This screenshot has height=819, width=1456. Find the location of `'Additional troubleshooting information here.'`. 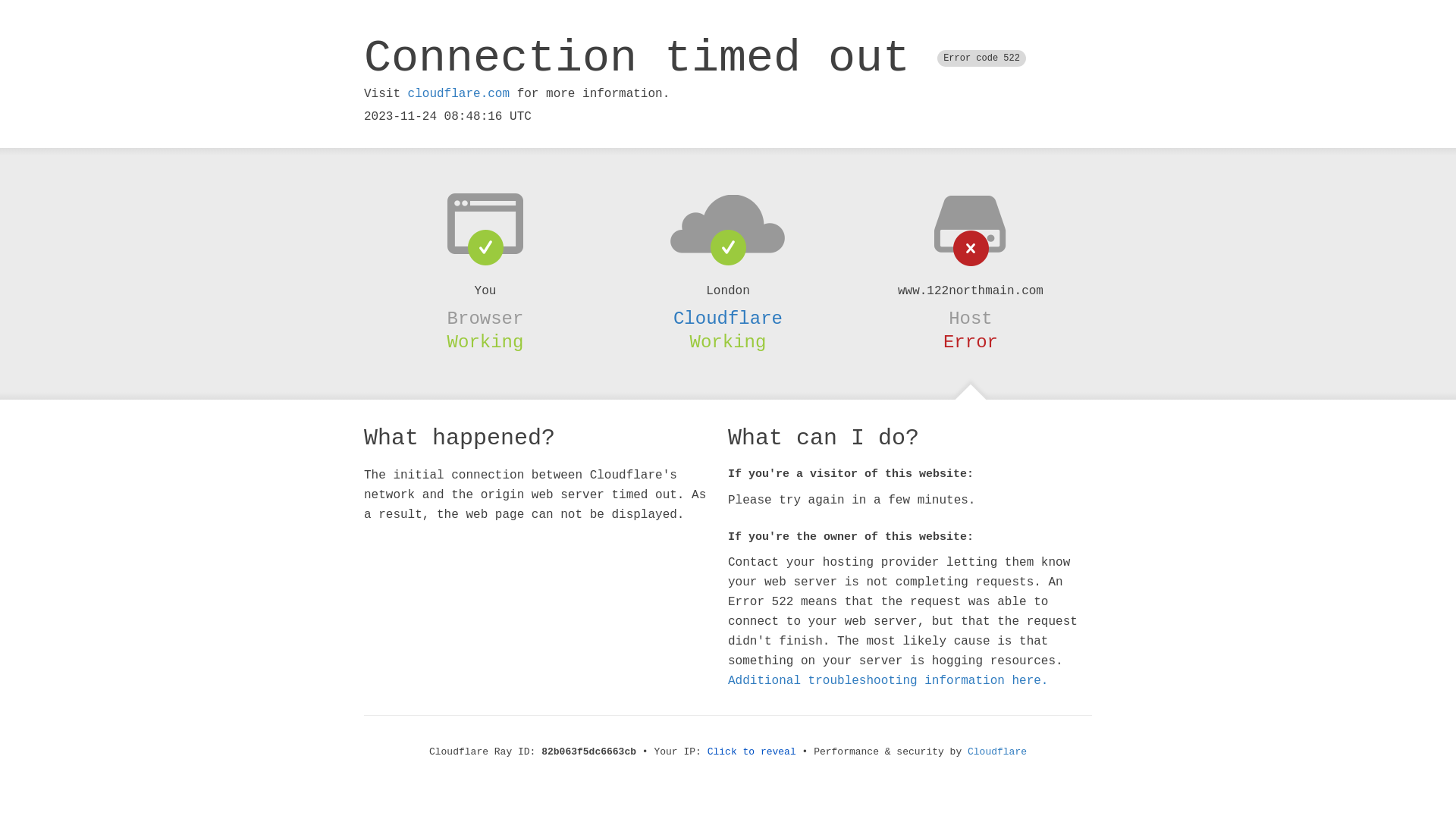

'Additional troubleshooting information here.' is located at coordinates (888, 680).